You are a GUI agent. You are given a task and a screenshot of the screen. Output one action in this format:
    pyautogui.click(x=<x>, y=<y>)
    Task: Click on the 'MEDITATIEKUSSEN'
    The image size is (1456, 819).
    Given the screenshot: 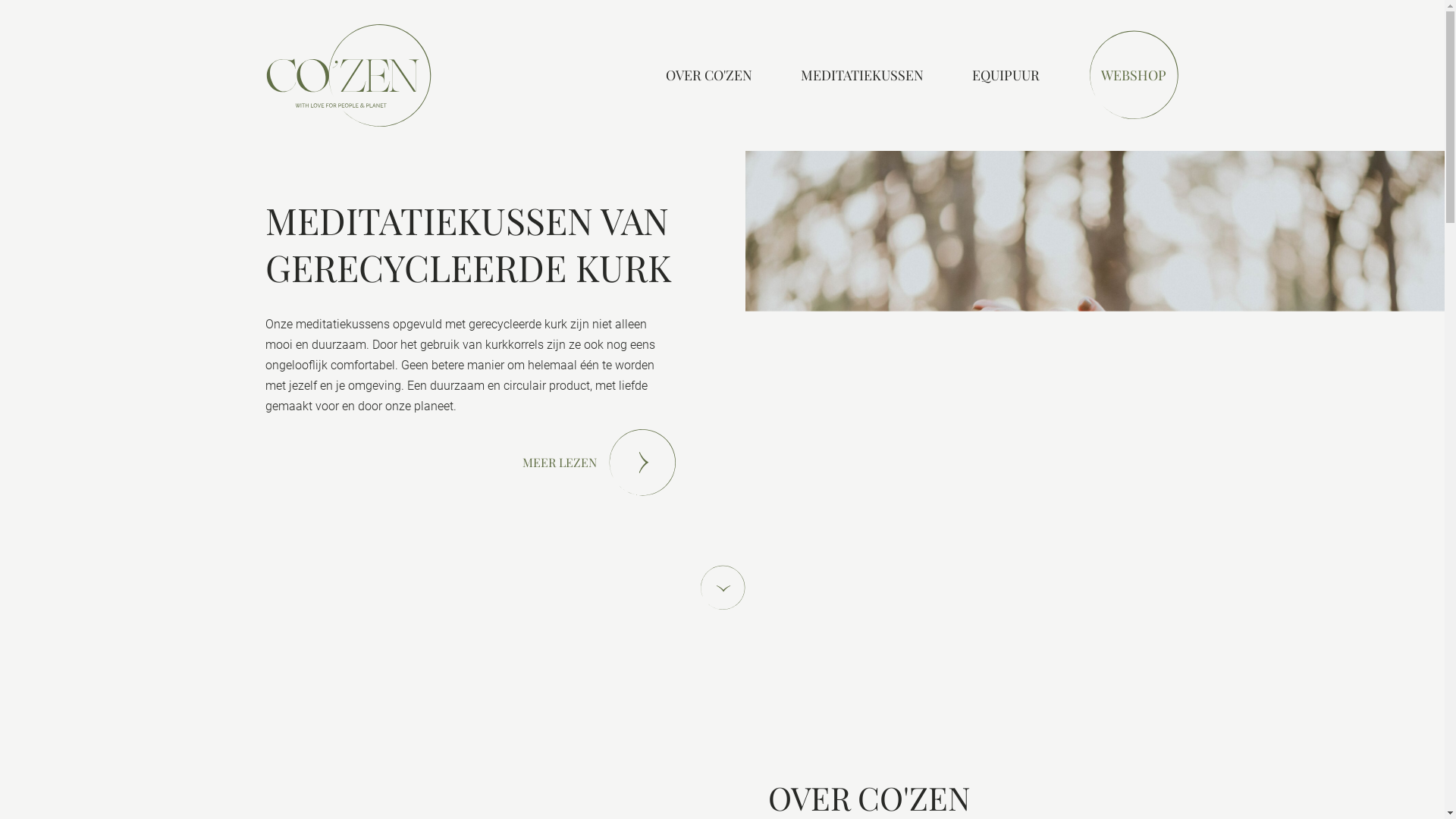 What is the action you would take?
    pyautogui.click(x=862, y=75)
    